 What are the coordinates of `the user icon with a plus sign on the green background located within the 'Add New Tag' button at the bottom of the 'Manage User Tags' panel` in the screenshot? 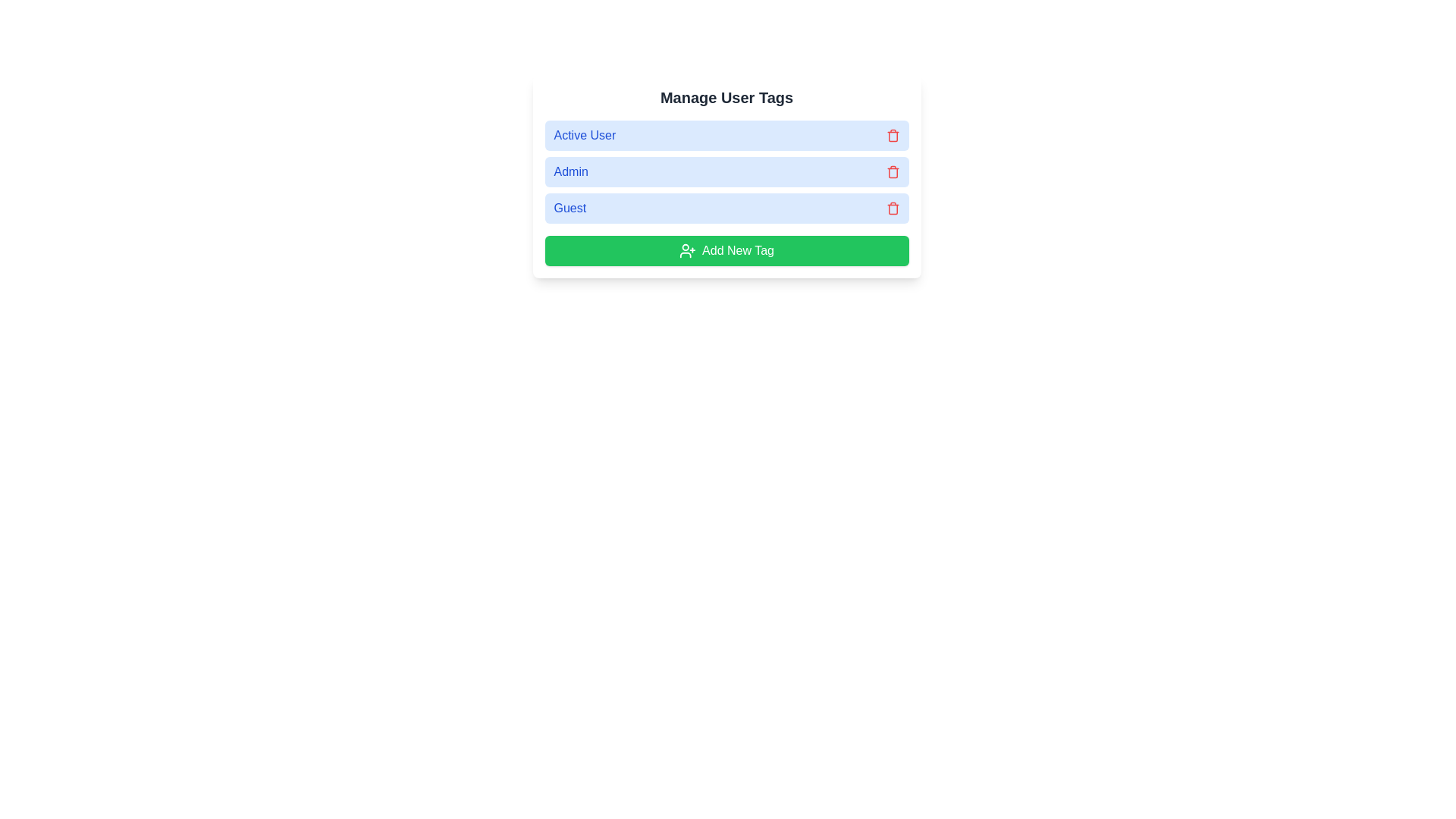 It's located at (687, 250).